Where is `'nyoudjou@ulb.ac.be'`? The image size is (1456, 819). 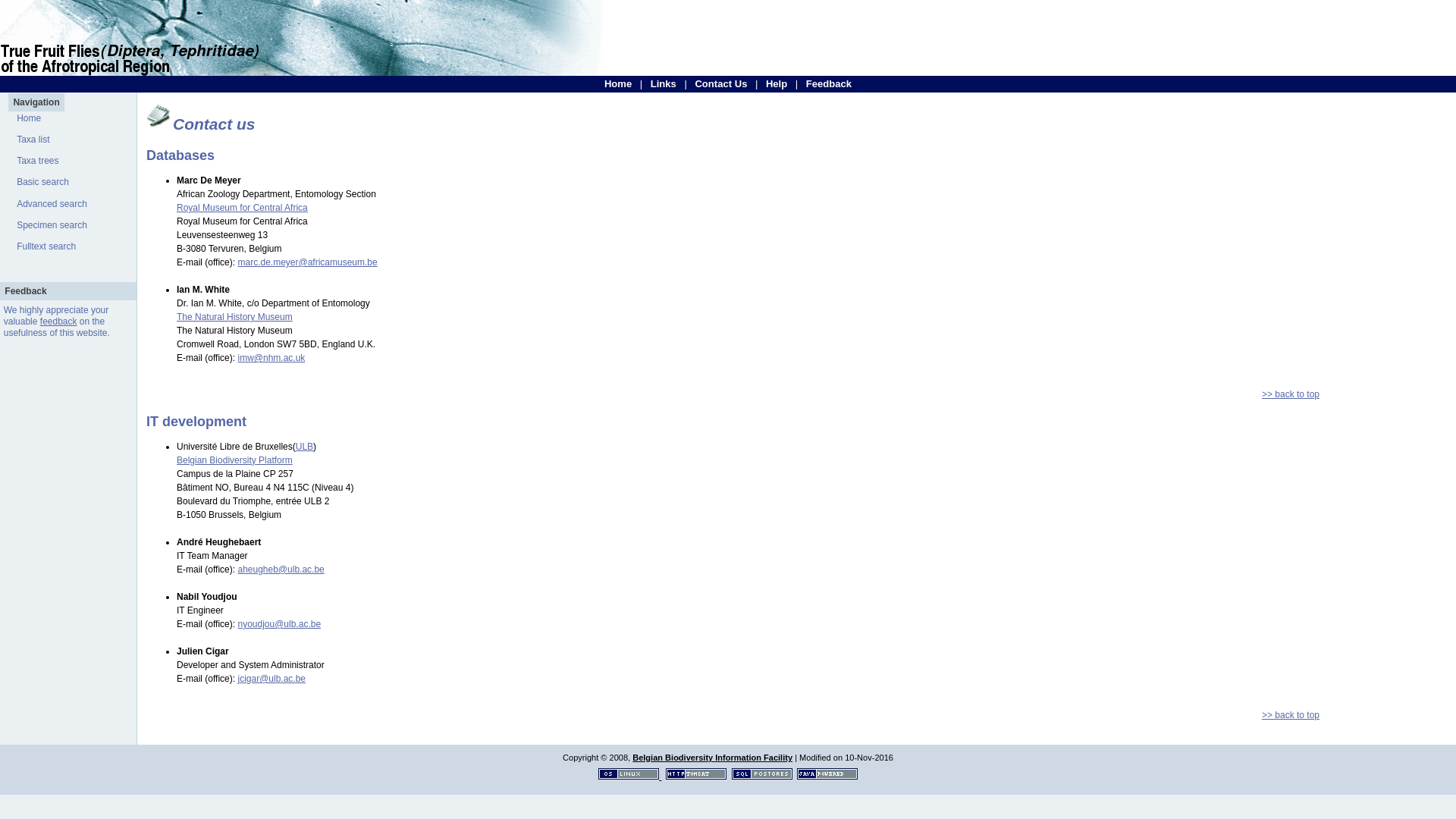 'nyoudjou@ulb.ac.be' is located at coordinates (236, 623).